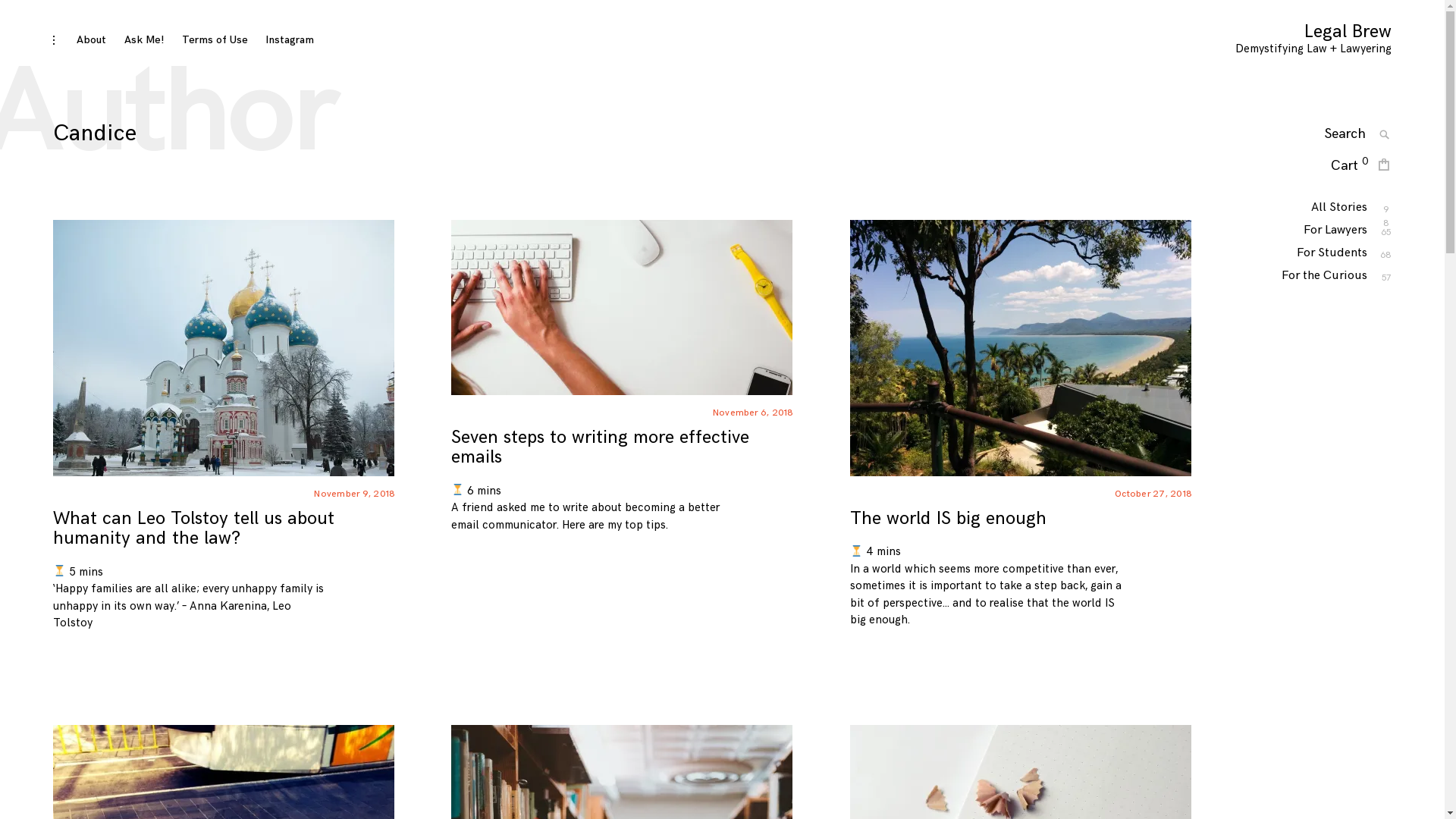  Describe the element at coordinates (1335, 230) in the screenshot. I see `'For Lawyers` at that location.